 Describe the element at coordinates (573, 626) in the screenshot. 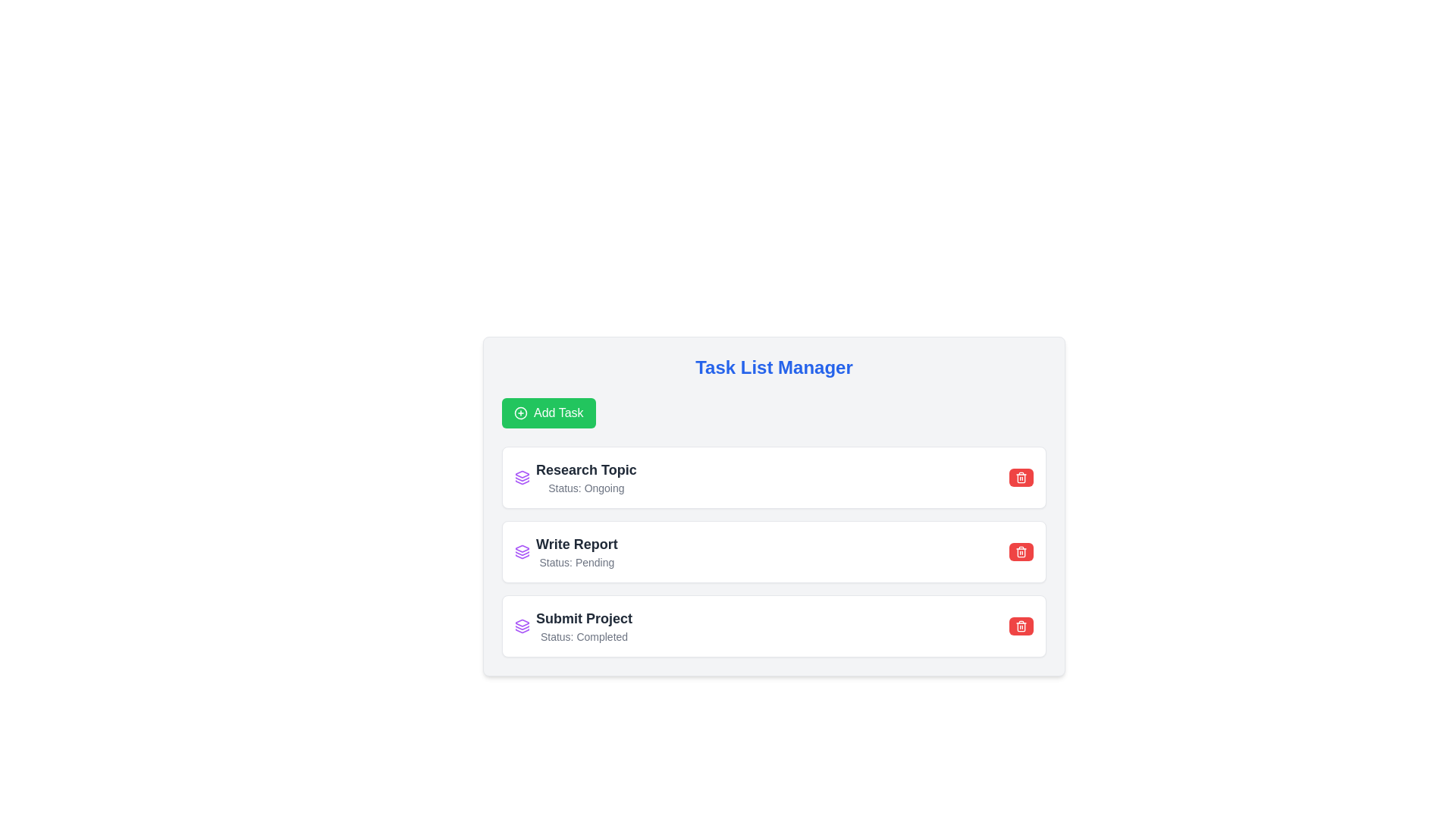

I see `the 'Submit Project' Text Display with Icon element that shows 'Status: Completed' and has a purple stack-like icon, located in the bottom row of a vertically-stacked list` at that location.